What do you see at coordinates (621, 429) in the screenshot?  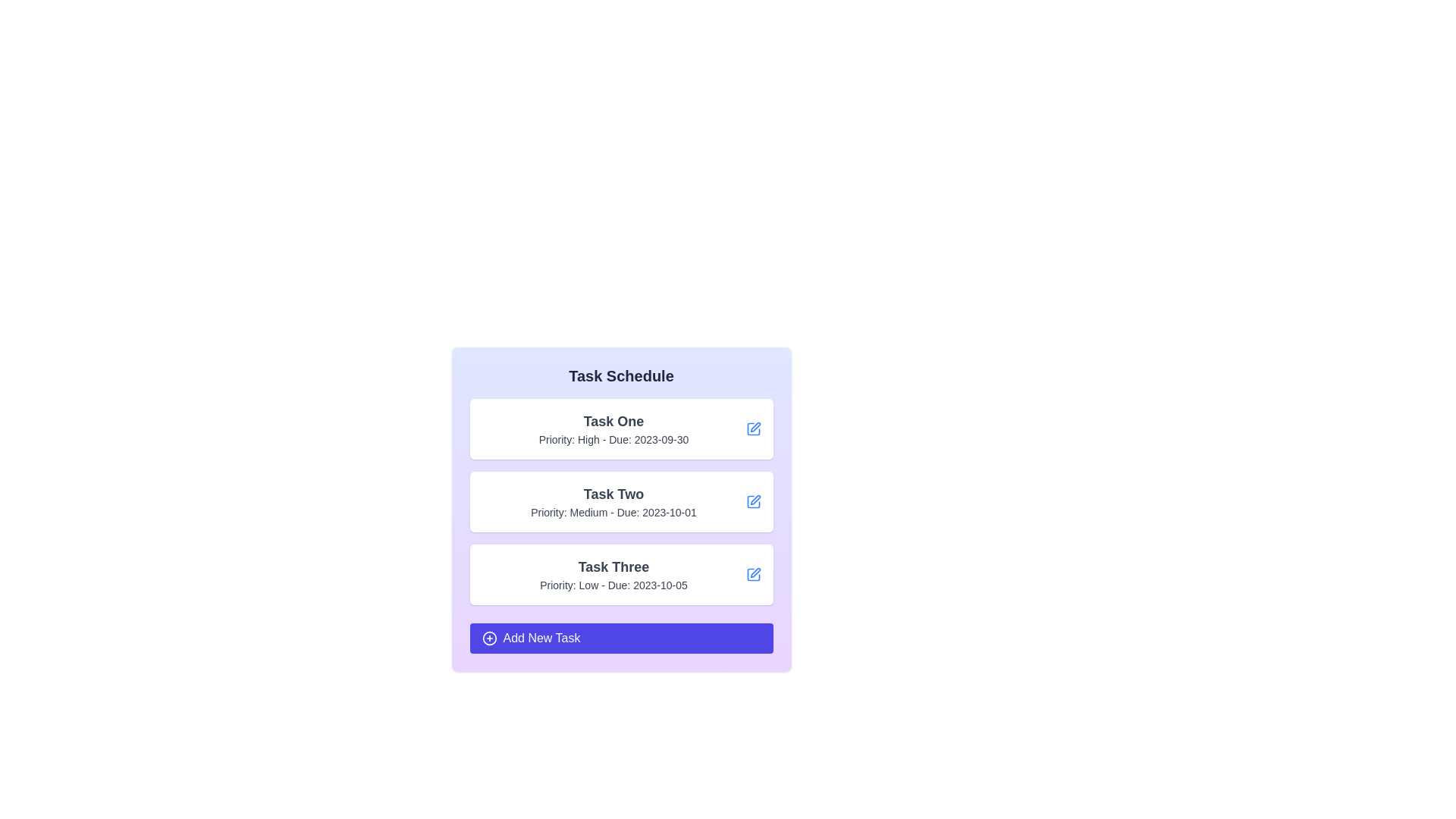 I see `the task item Task One to highlight it` at bounding box center [621, 429].